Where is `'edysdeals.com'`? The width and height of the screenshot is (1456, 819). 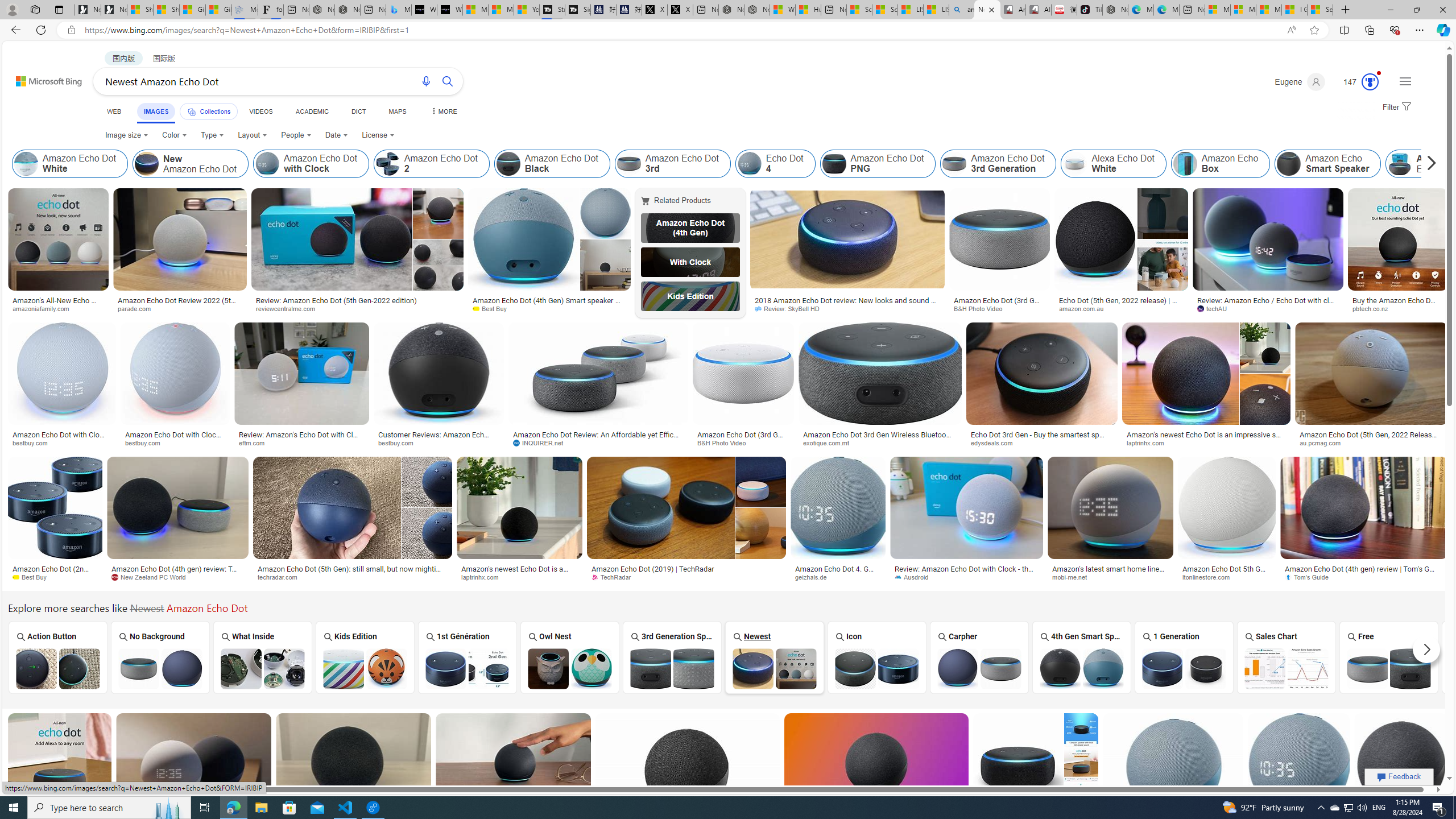
'edysdeals.com' is located at coordinates (1041, 442).